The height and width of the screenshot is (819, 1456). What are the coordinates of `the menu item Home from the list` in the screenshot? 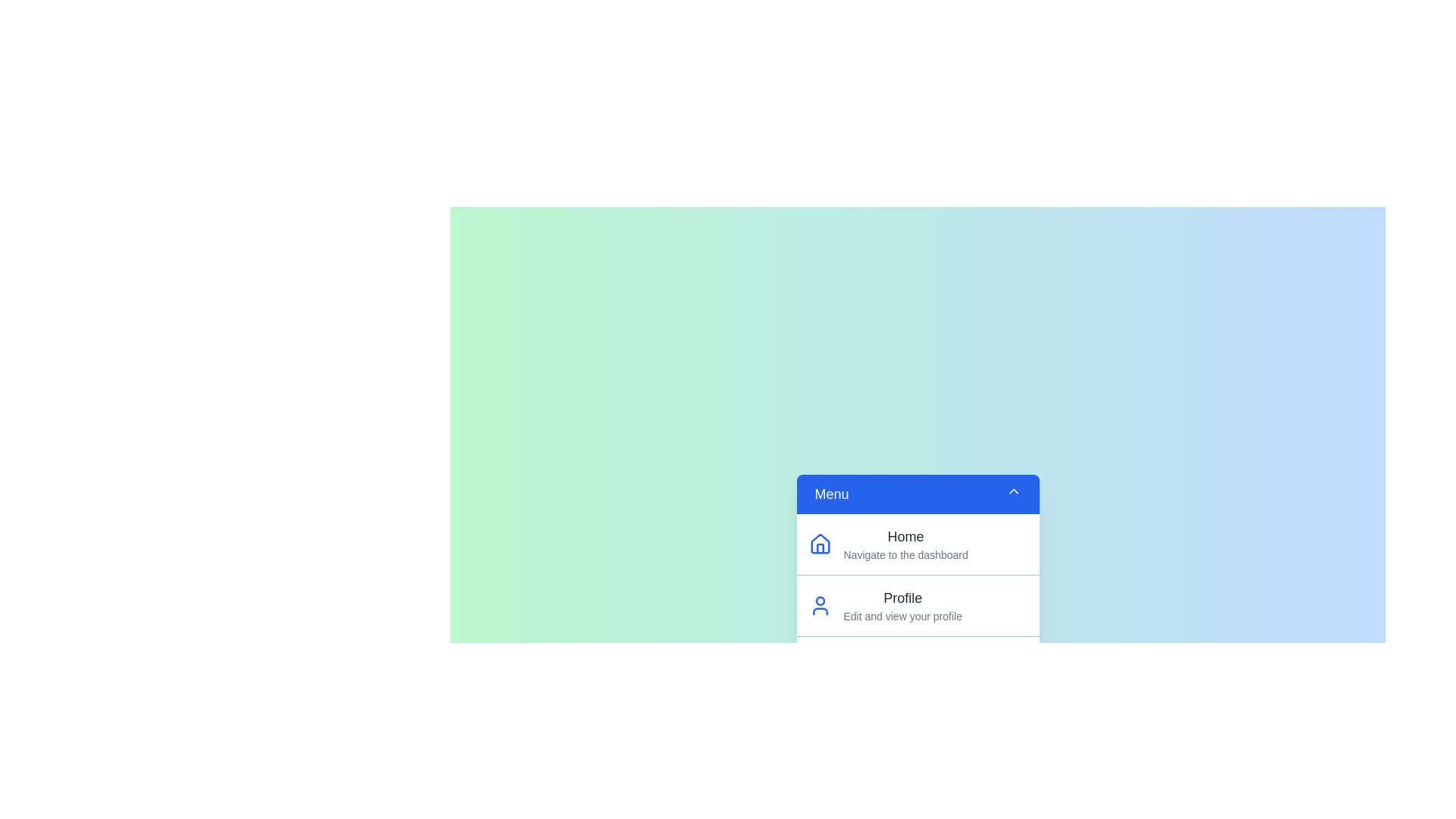 It's located at (917, 543).